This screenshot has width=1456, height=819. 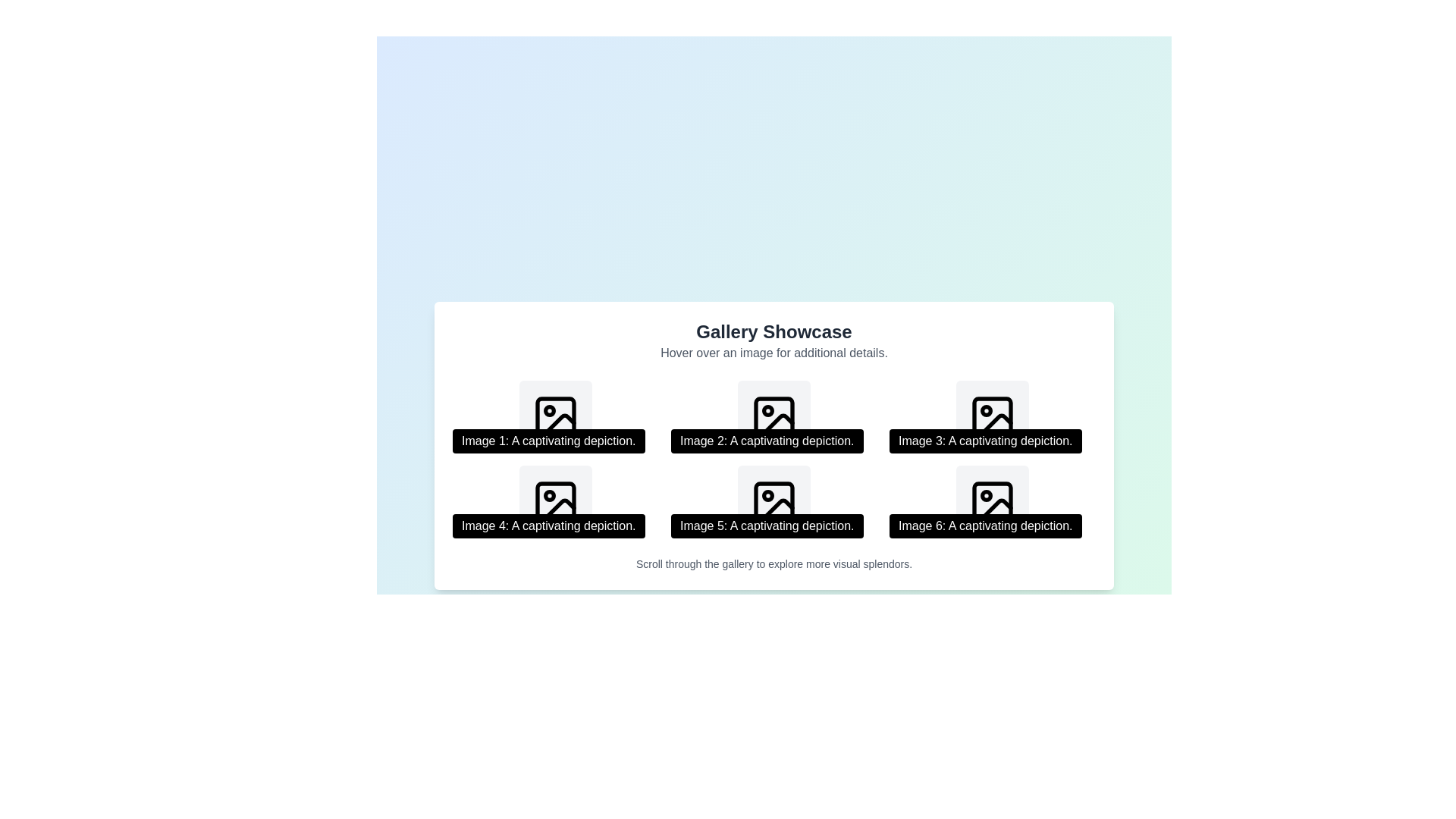 What do you see at coordinates (548, 496) in the screenshot?
I see `the Decorative circle located within the fourth image icon in the second row of the gallery` at bounding box center [548, 496].